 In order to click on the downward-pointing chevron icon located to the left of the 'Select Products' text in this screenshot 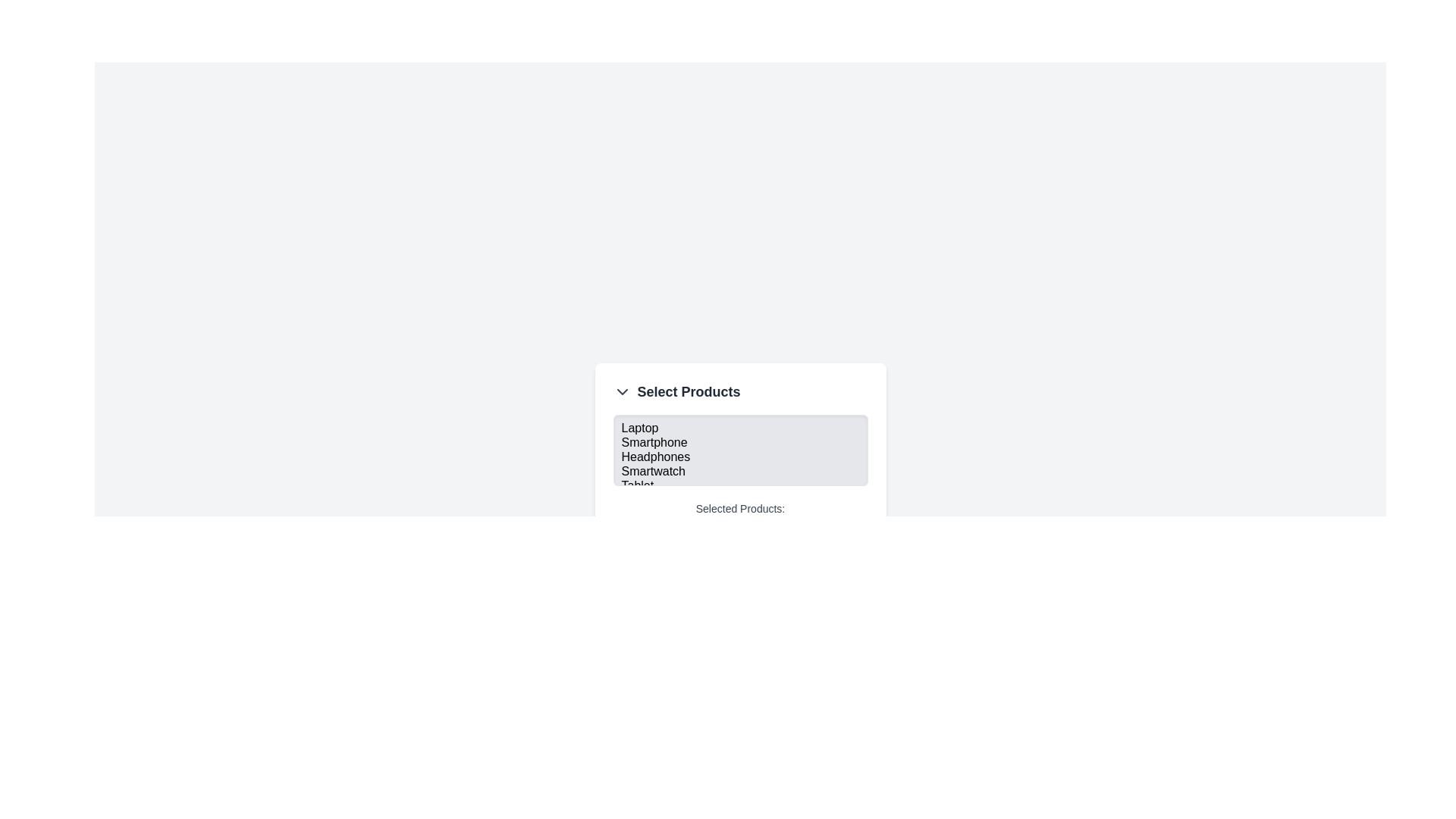, I will do `click(622, 391)`.